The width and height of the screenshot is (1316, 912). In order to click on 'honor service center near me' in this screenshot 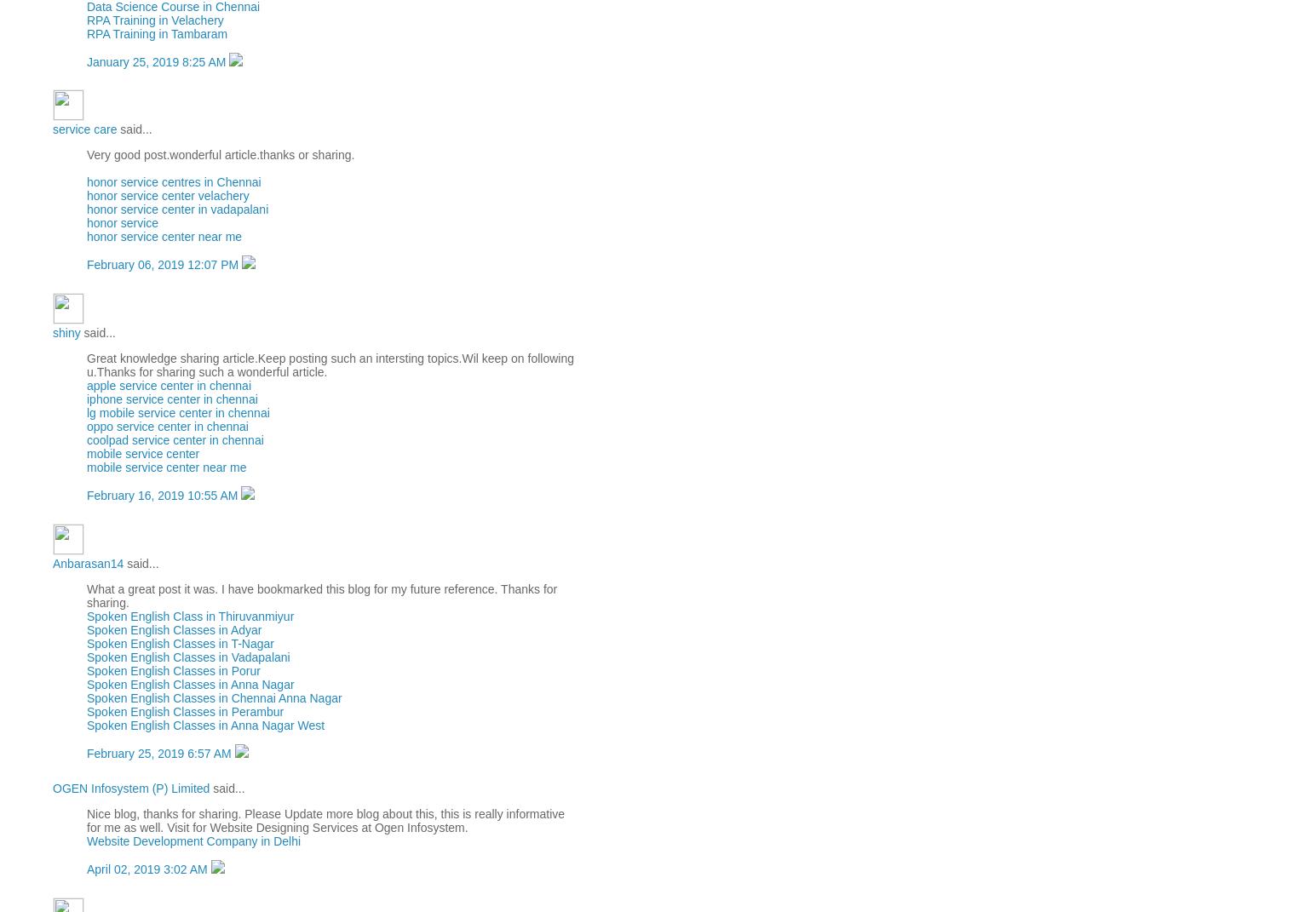, I will do `click(164, 237)`.